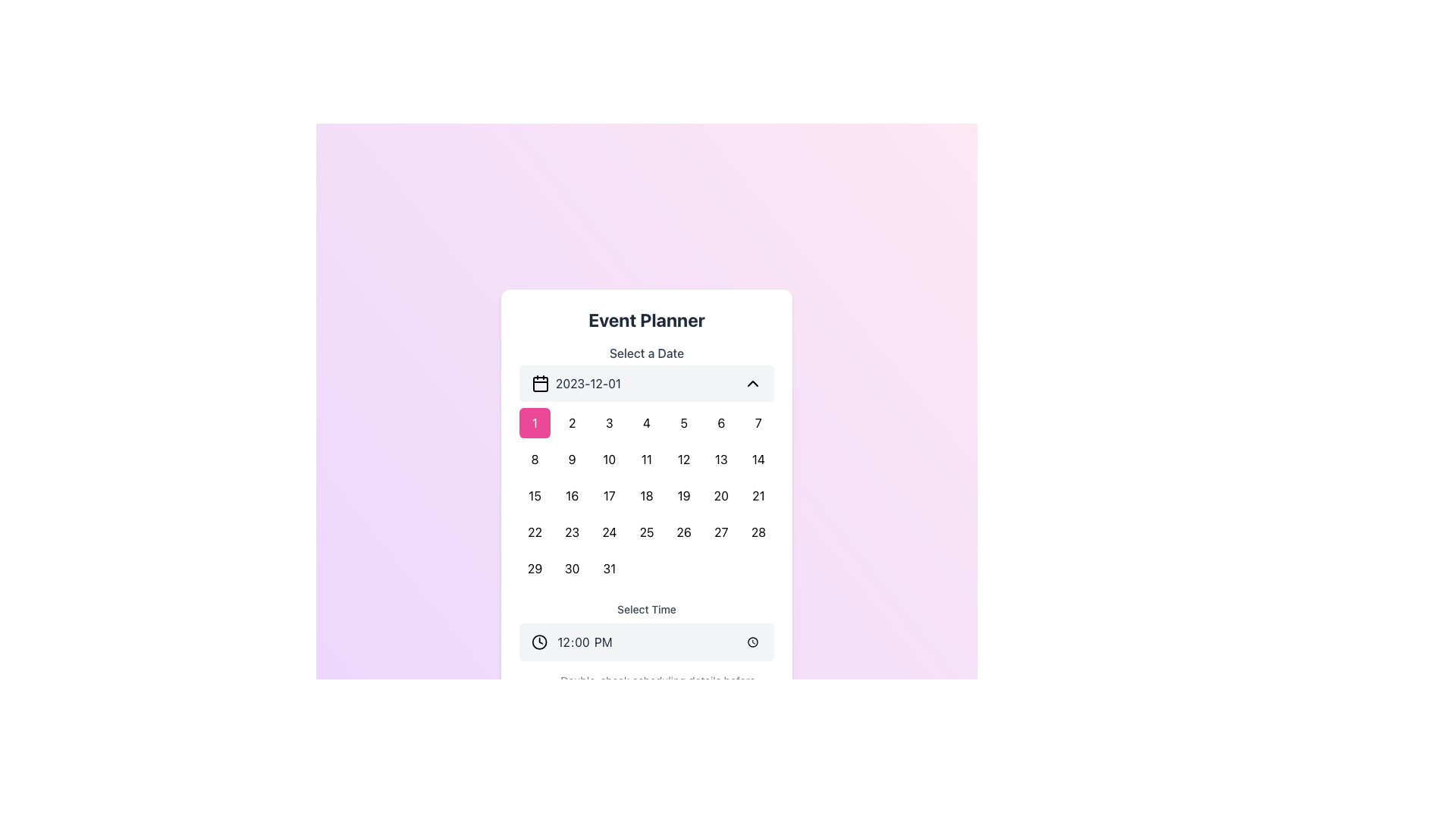 Image resolution: width=1456 pixels, height=819 pixels. Describe the element at coordinates (539, 642) in the screenshot. I see `the black circular SVG element that is part of the clock icon in the 'Select Time' section, located to the left of the '12:00 PM' time selection input field` at that location.